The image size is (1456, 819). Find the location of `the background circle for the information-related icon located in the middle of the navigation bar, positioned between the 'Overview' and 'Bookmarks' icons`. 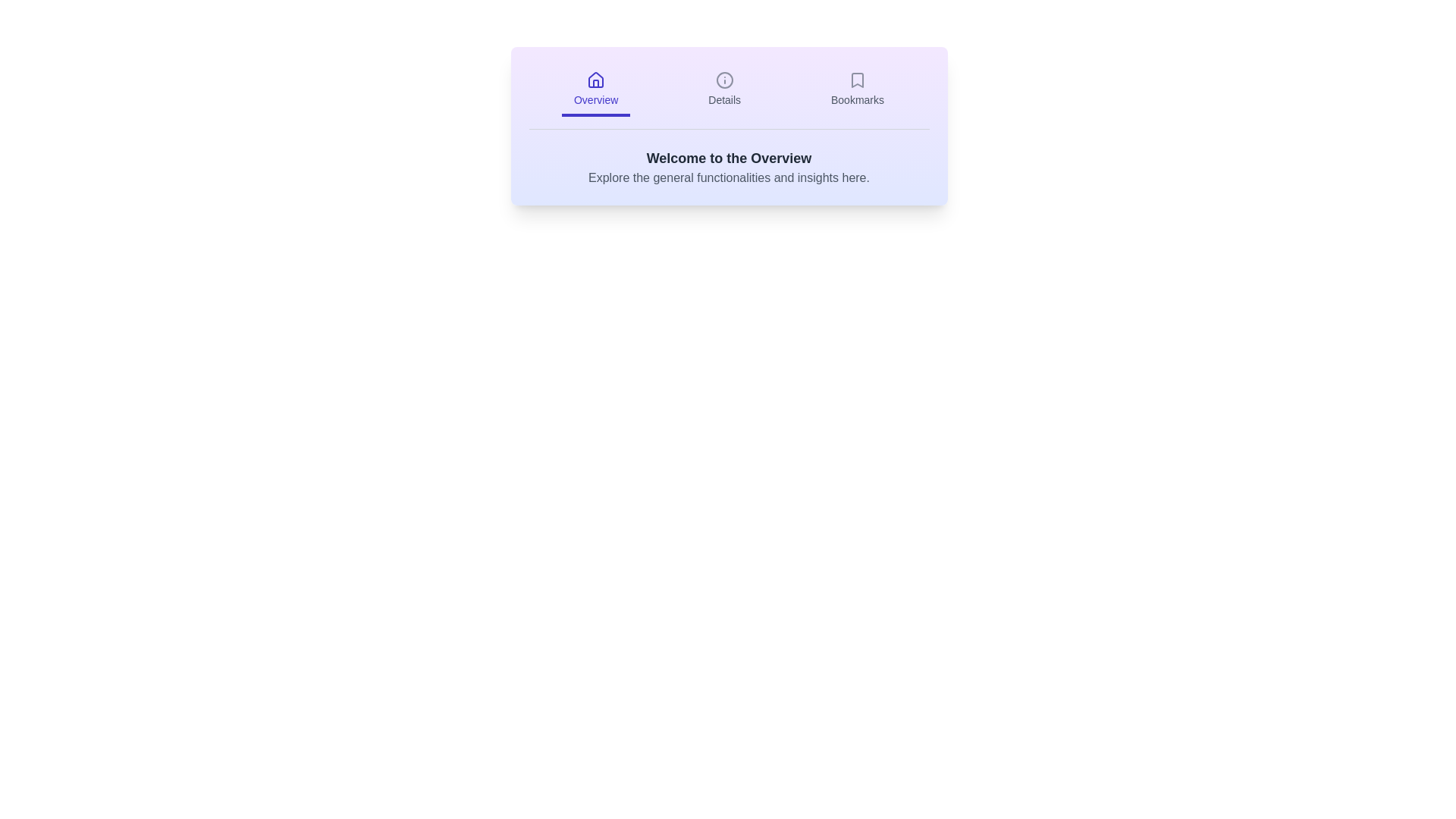

the background circle for the information-related icon located in the middle of the navigation bar, positioned between the 'Overview' and 'Bookmarks' icons is located at coordinates (723, 80).